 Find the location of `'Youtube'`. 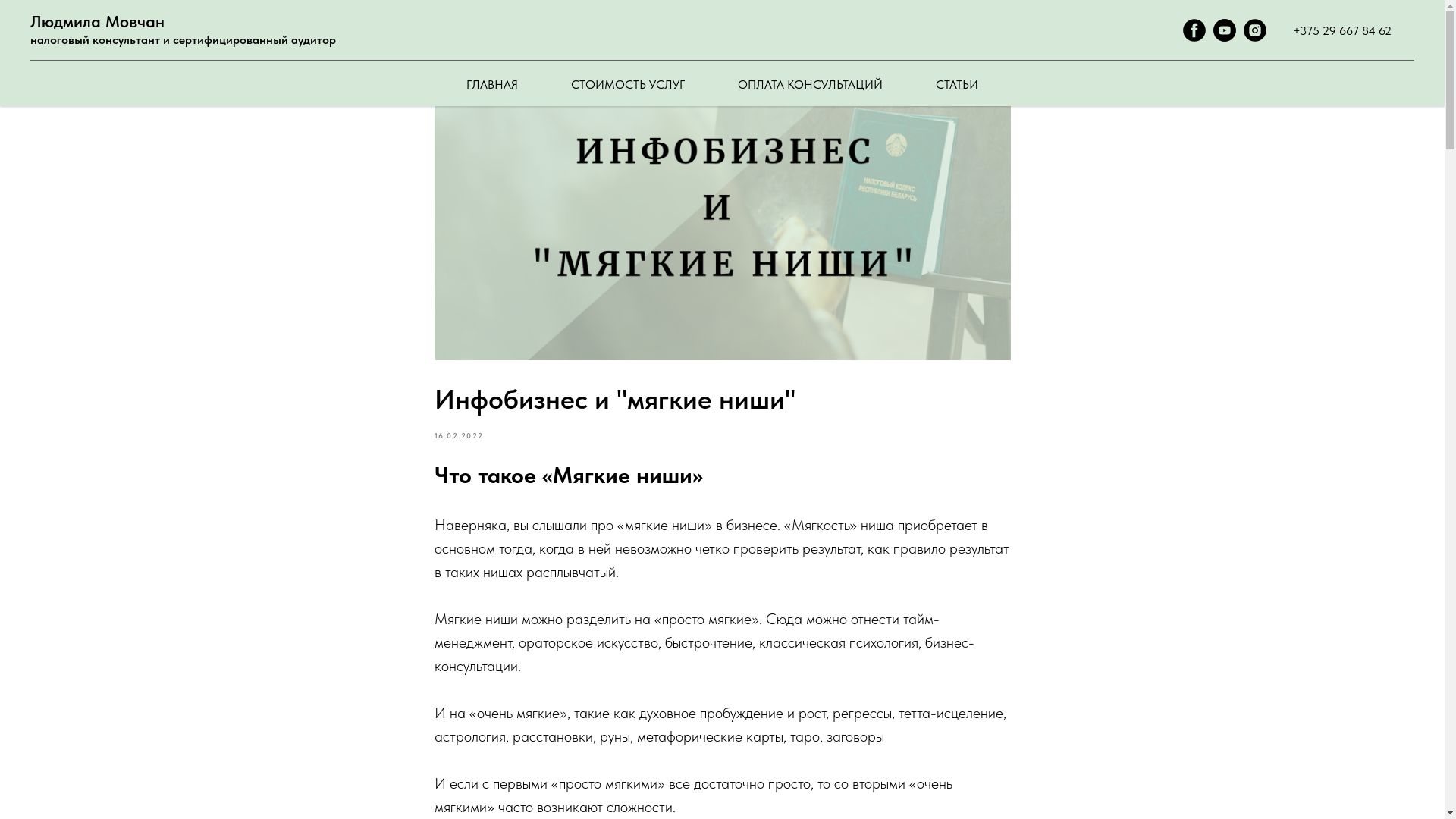

'Youtube' is located at coordinates (1224, 36).